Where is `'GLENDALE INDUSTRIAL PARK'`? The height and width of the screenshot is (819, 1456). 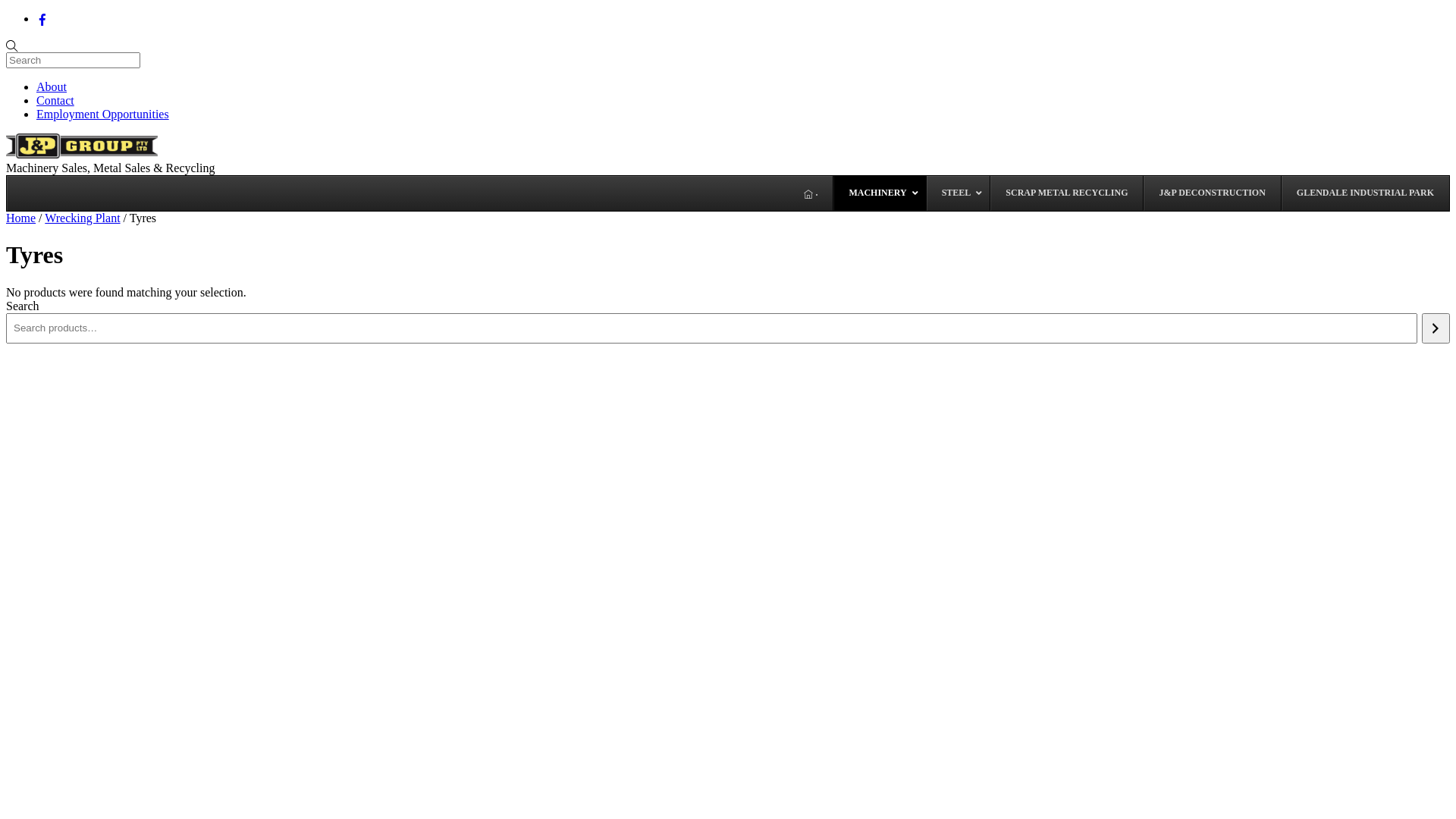
'GLENDALE INDUSTRIAL PARK' is located at coordinates (1365, 192).